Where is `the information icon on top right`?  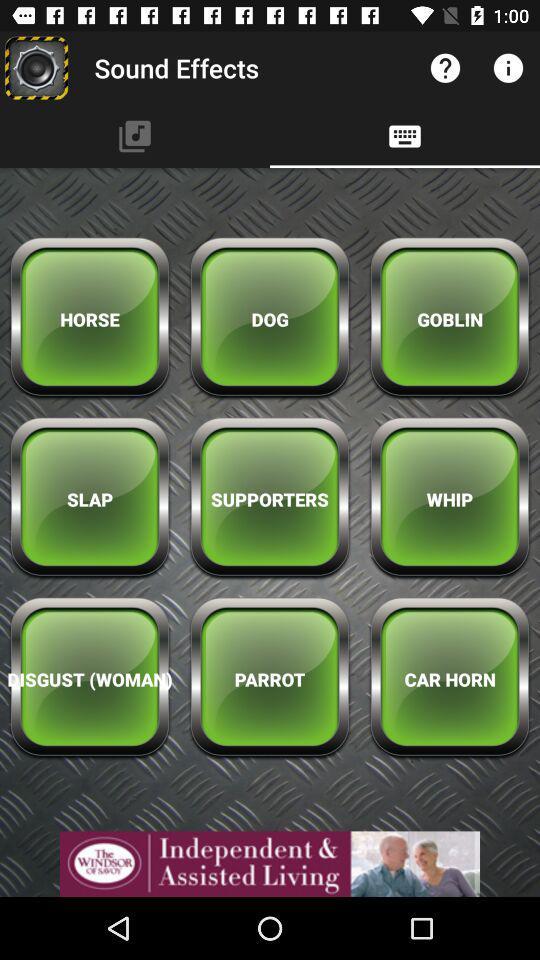 the information icon on top right is located at coordinates (508, 68).